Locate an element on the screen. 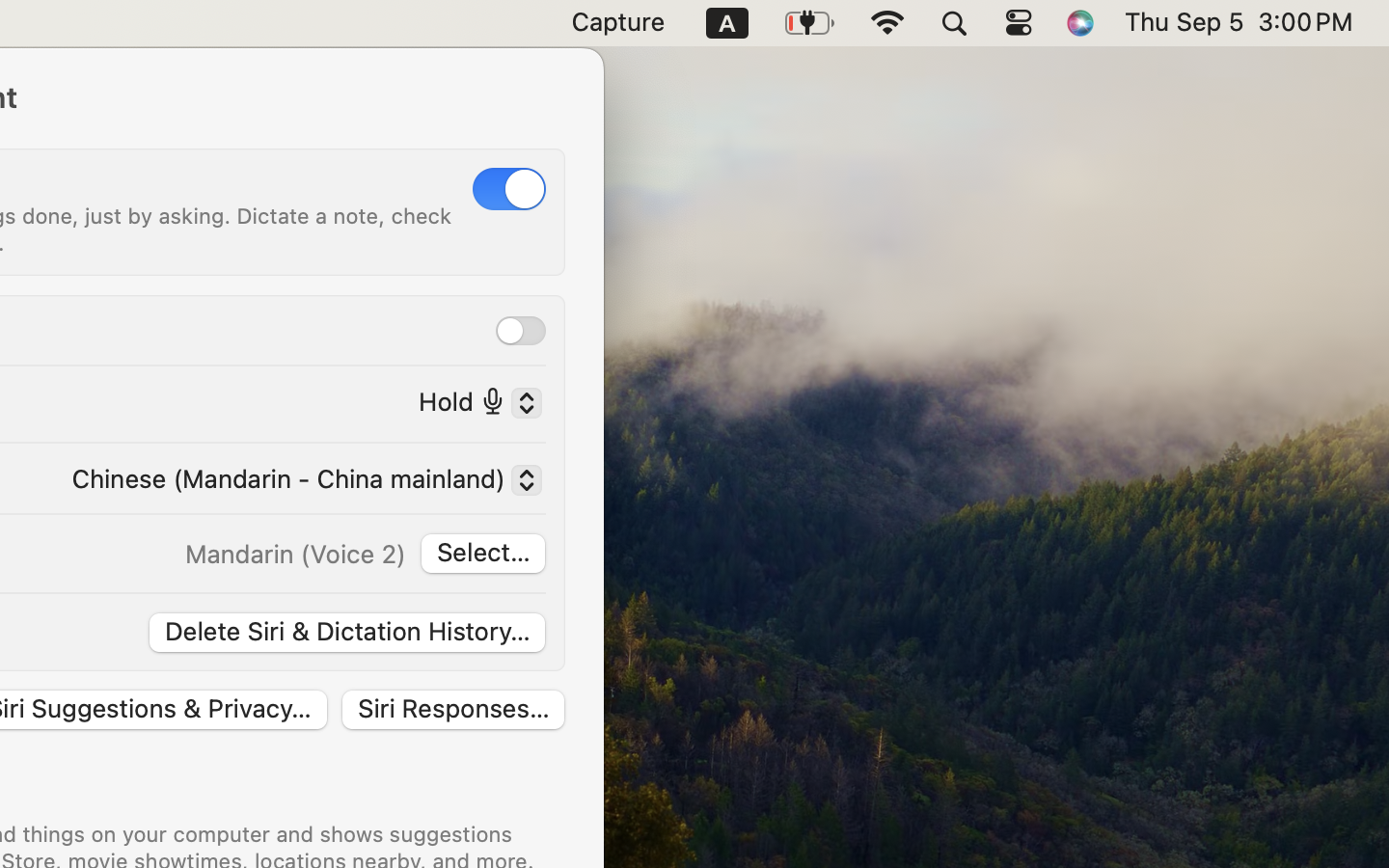 The image size is (1389, 868). 'Chinese (Mandarin - China mainland)' is located at coordinates (299, 482).